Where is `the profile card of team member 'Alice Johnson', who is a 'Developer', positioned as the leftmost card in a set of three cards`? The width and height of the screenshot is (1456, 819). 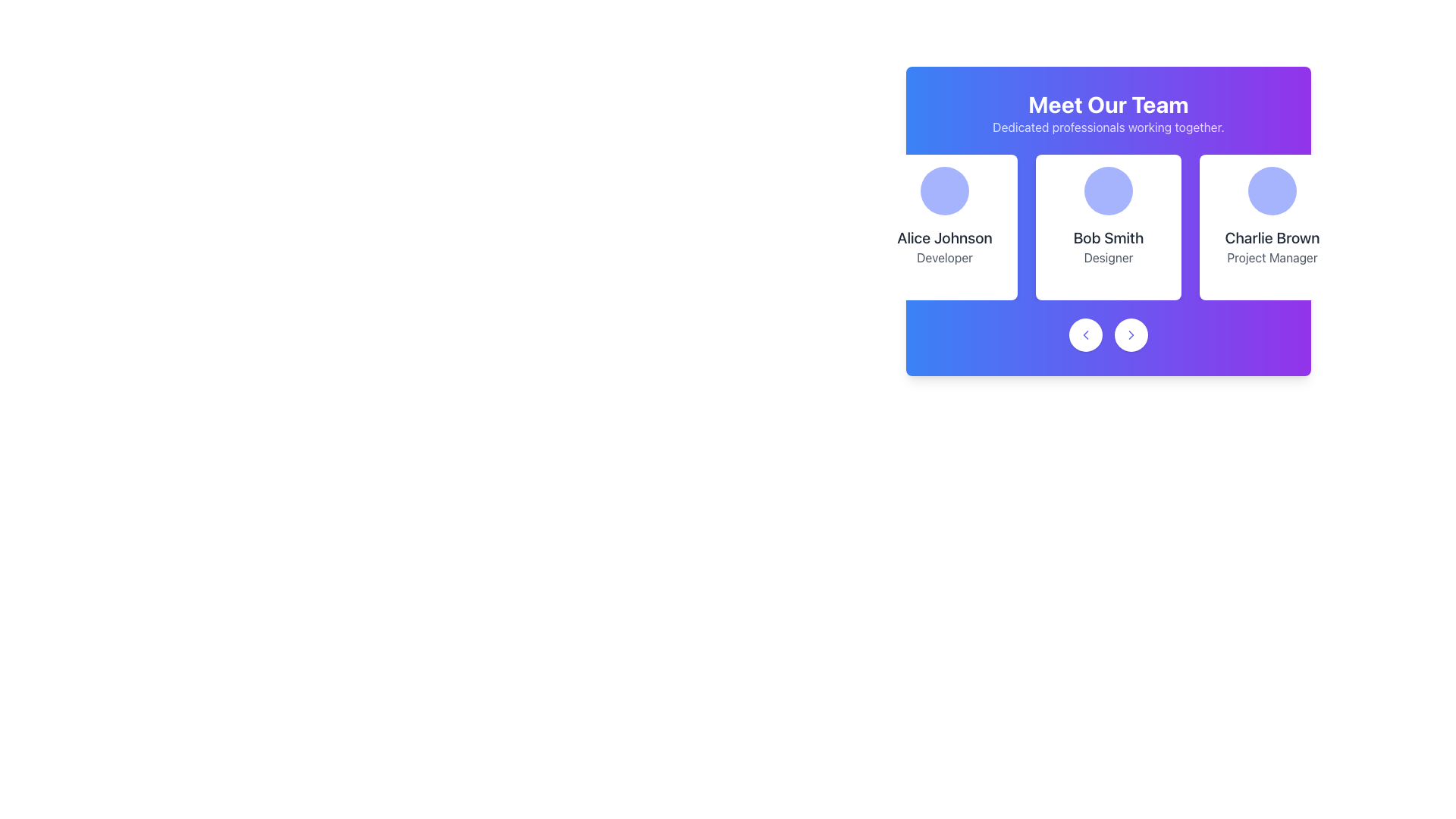 the profile card of team member 'Alice Johnson', who is a 'Developer', positioned as the leftmost card in a set of three cards is located at coordinates (944, 227).